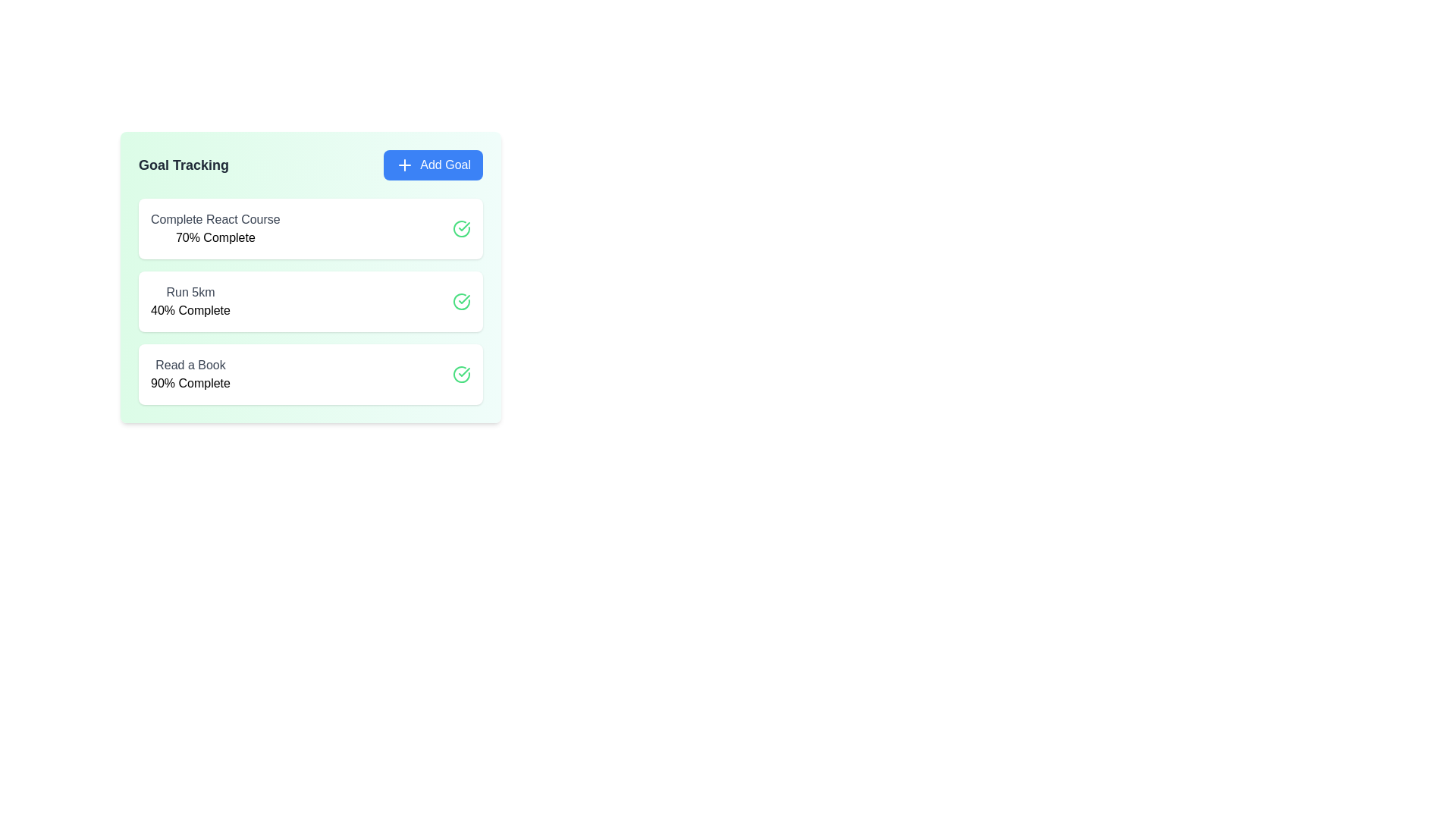 This screenshot has height=819, width=1456. Describe the element at coordinates (463, 299) in the screenshot. I see `checkmark icon with a green outline located in the third progress card labeled 'Read a Book 90% Complete' for visual feedback` at that location.